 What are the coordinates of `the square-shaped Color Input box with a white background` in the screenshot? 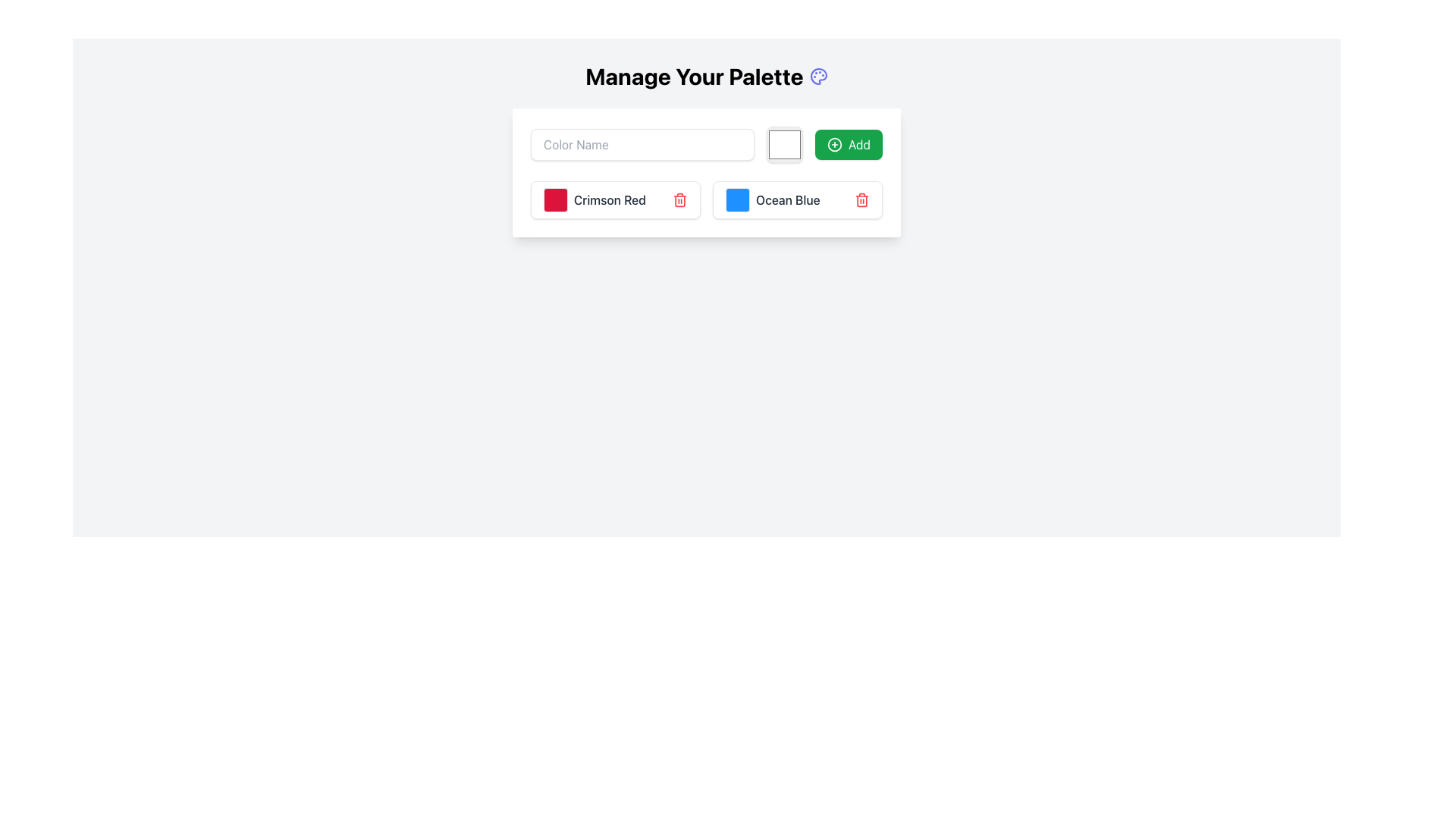 It's located at (784, 145).